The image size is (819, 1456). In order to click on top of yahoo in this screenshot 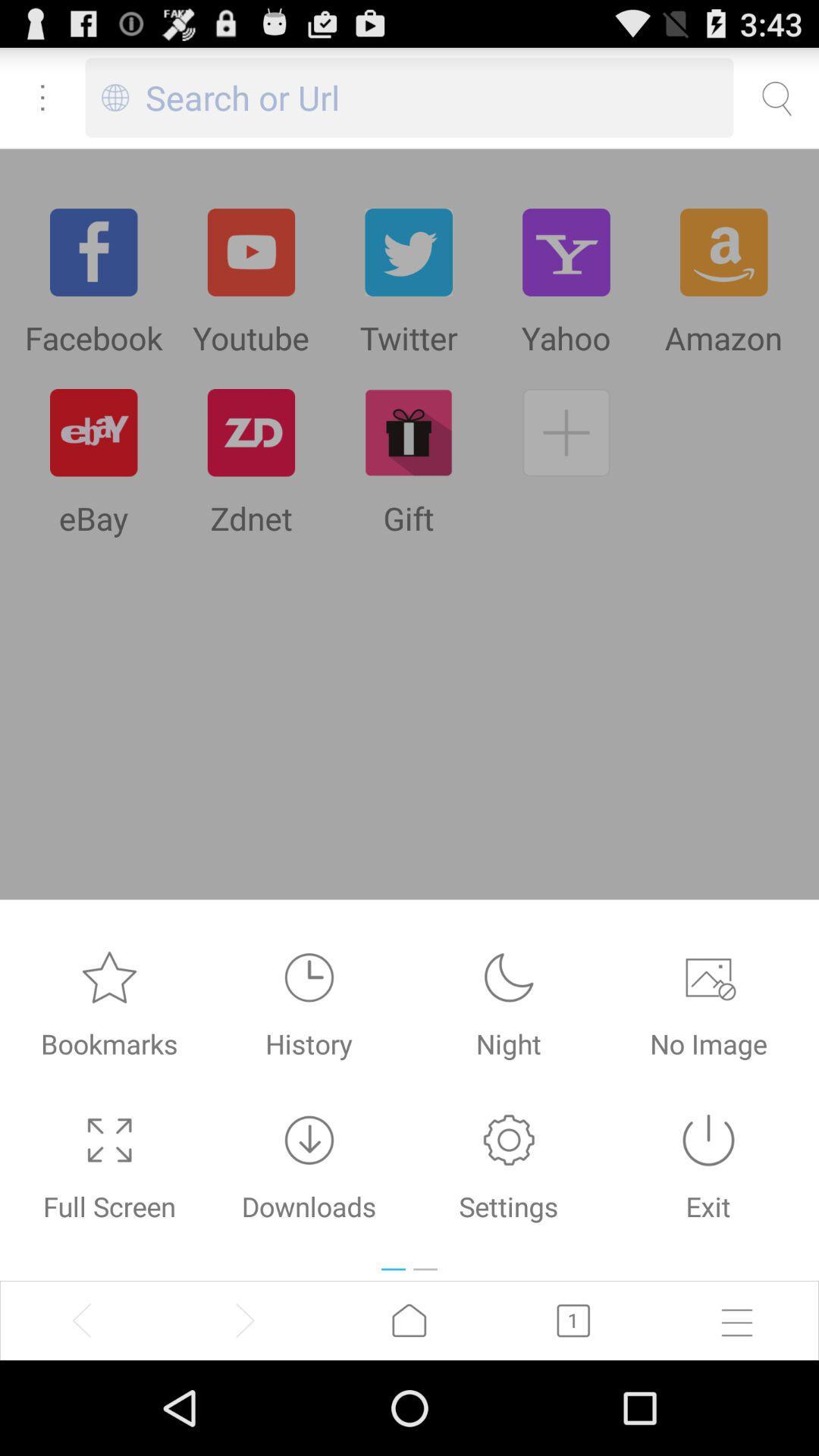, I will do `click(566, 252)`.